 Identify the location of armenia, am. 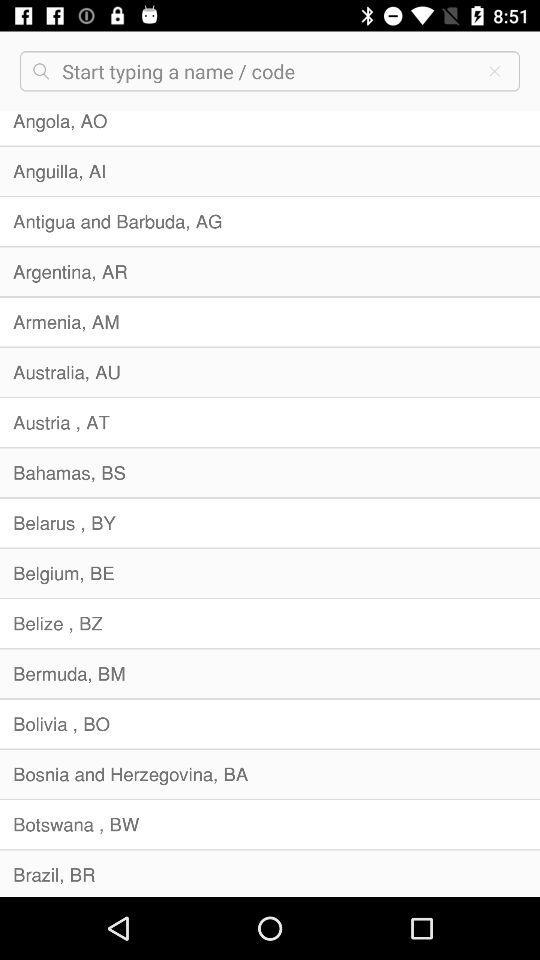
(270, 322).